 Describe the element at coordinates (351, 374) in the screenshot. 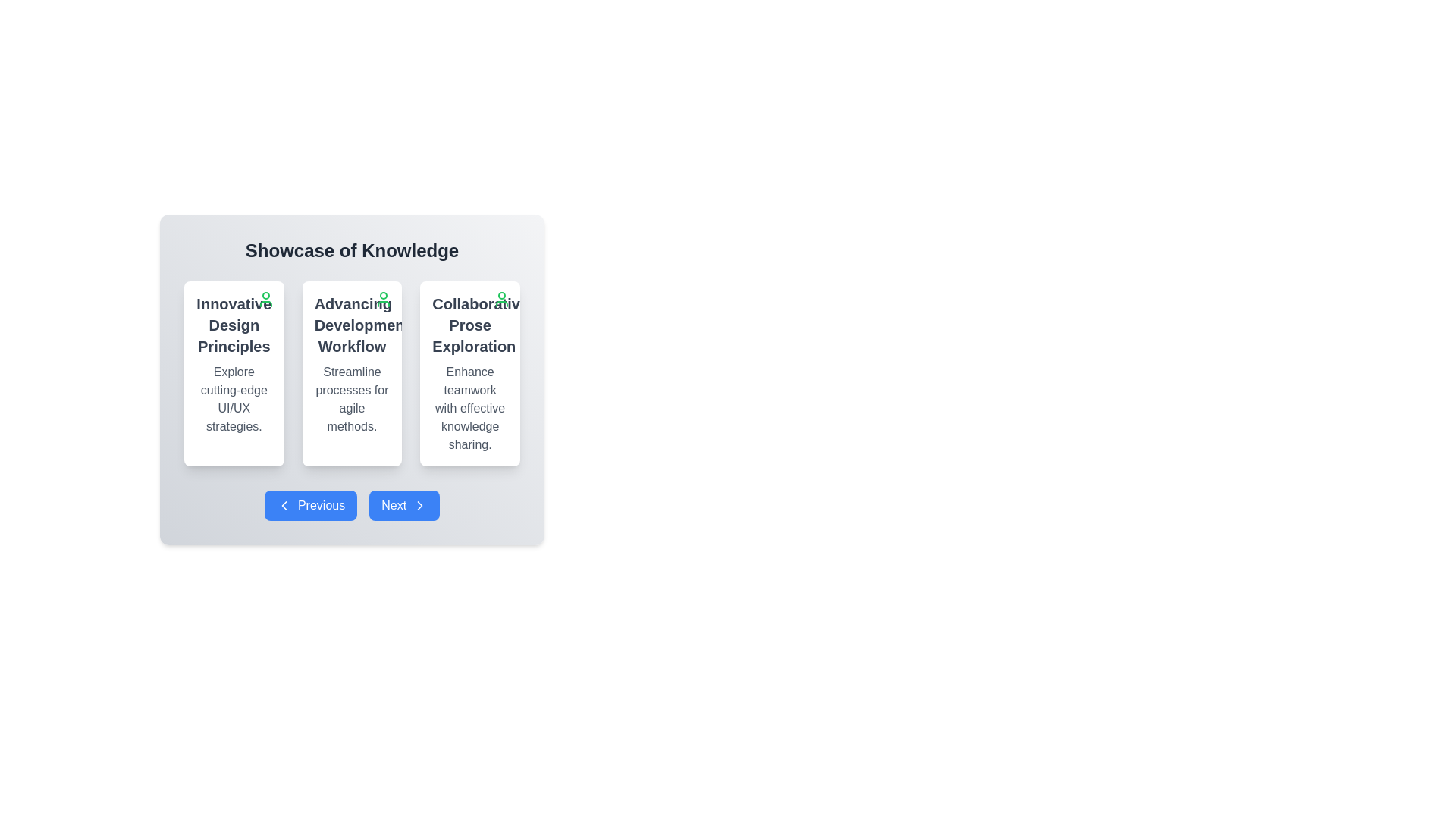

I see `the card UI component titled 'Advancing Development Workflow', which is the second card in a row of three, featuring a white background, rounded corners, and a green icon at the top-right corner` at that location.